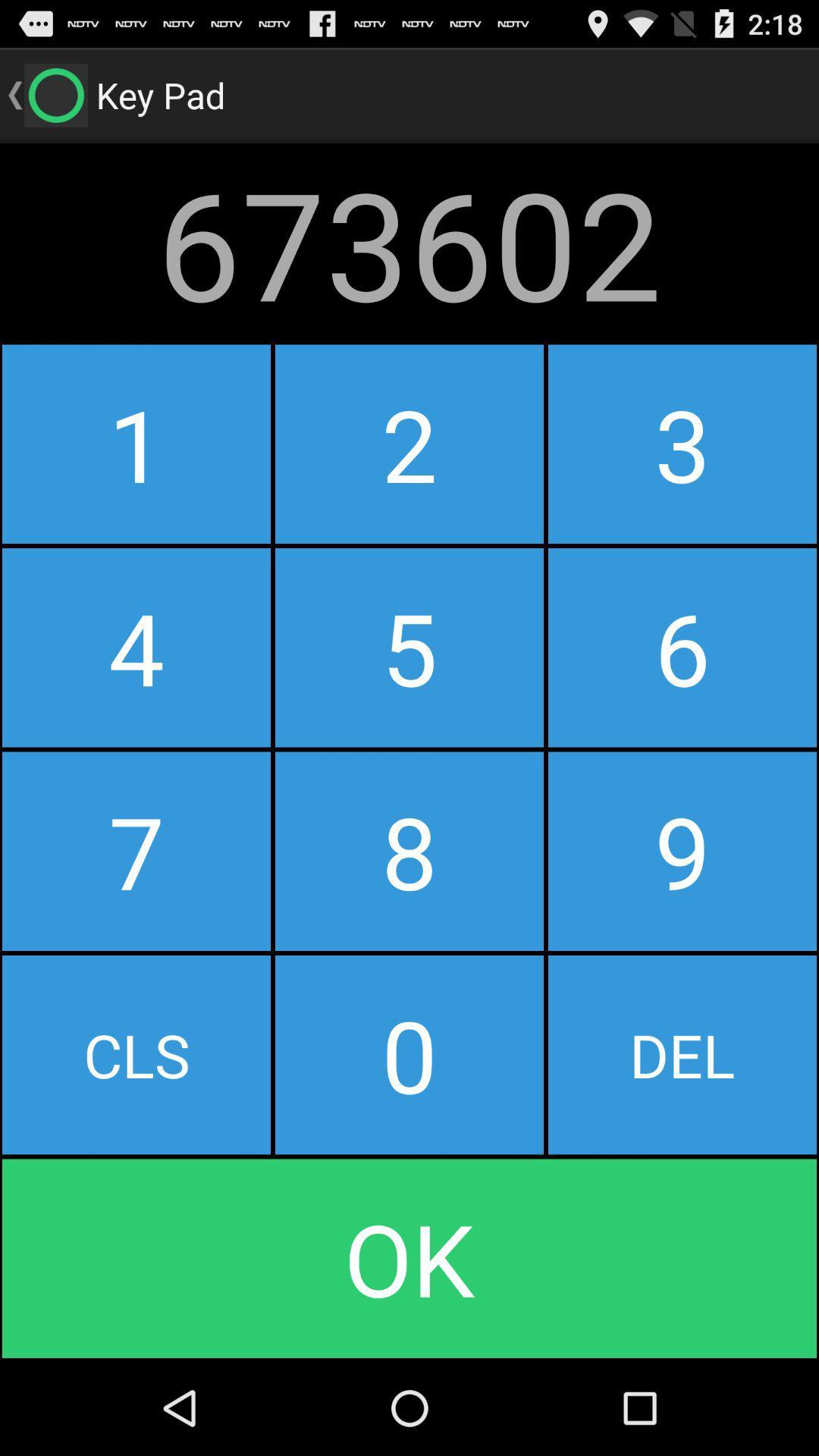  I want to click on item next to 2 icon, so click(136, 443).